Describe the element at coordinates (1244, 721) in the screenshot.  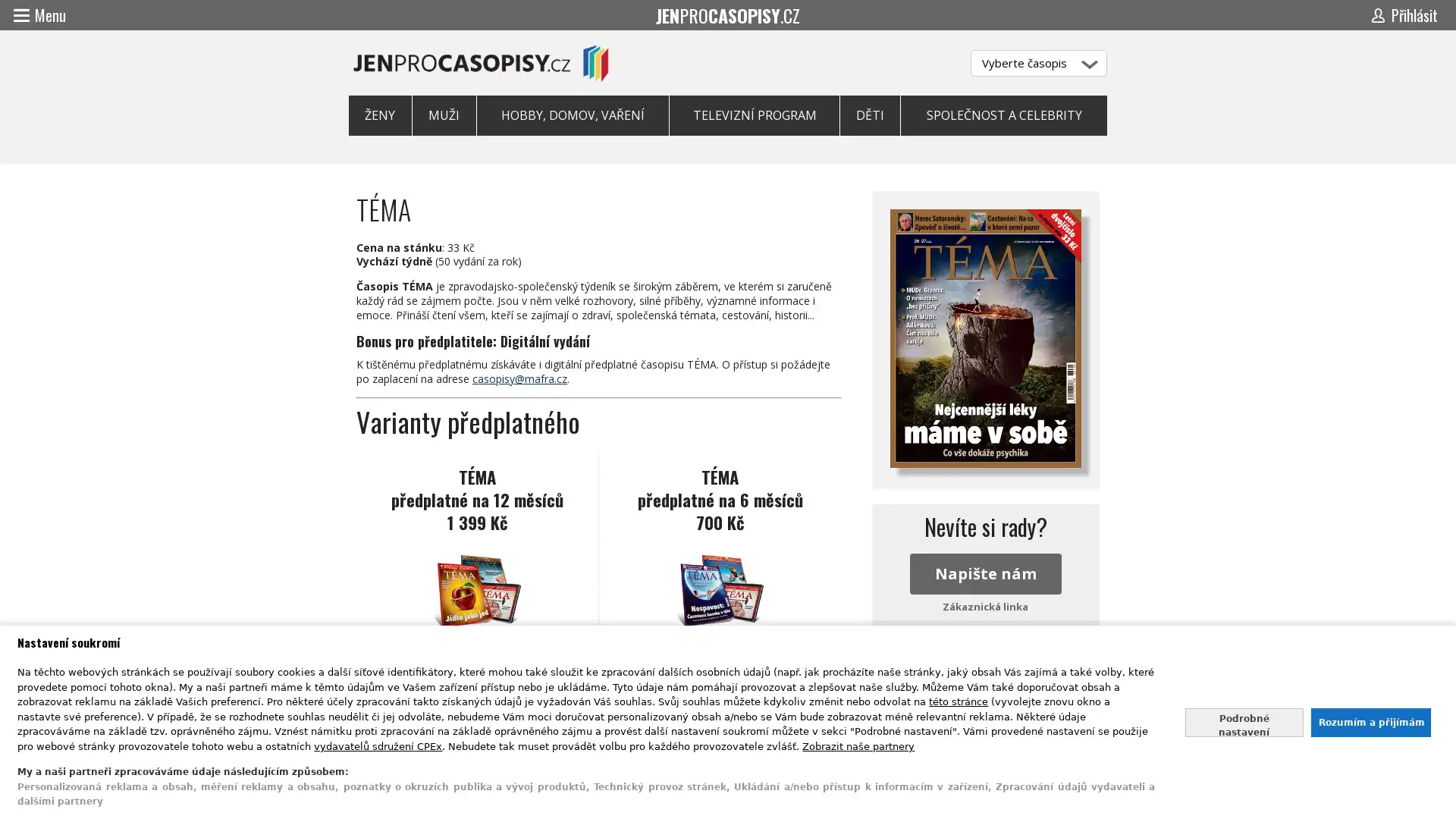
I see `Nastavte sve souhlasy` at that location.